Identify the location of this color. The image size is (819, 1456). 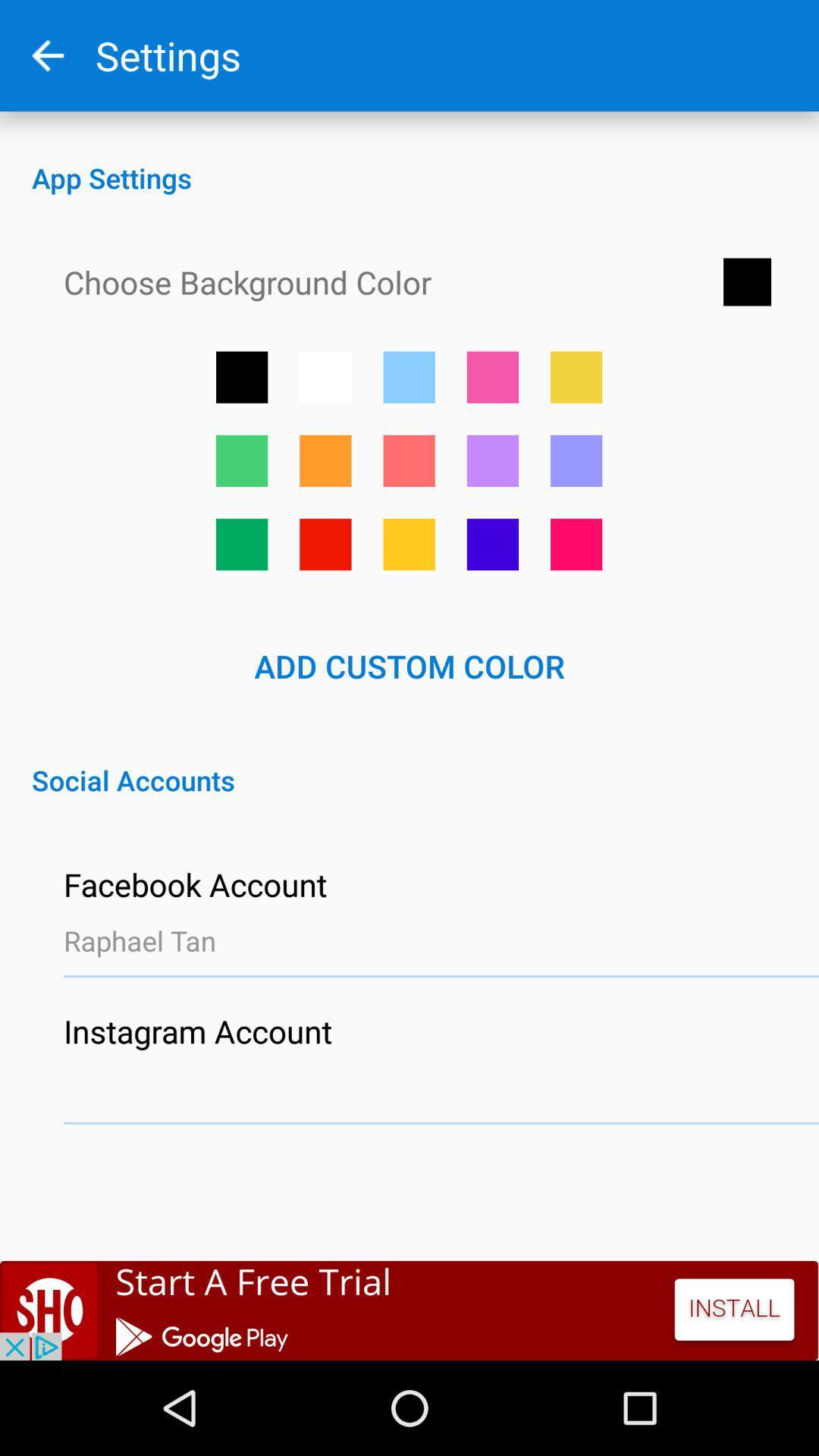
(241, 544).